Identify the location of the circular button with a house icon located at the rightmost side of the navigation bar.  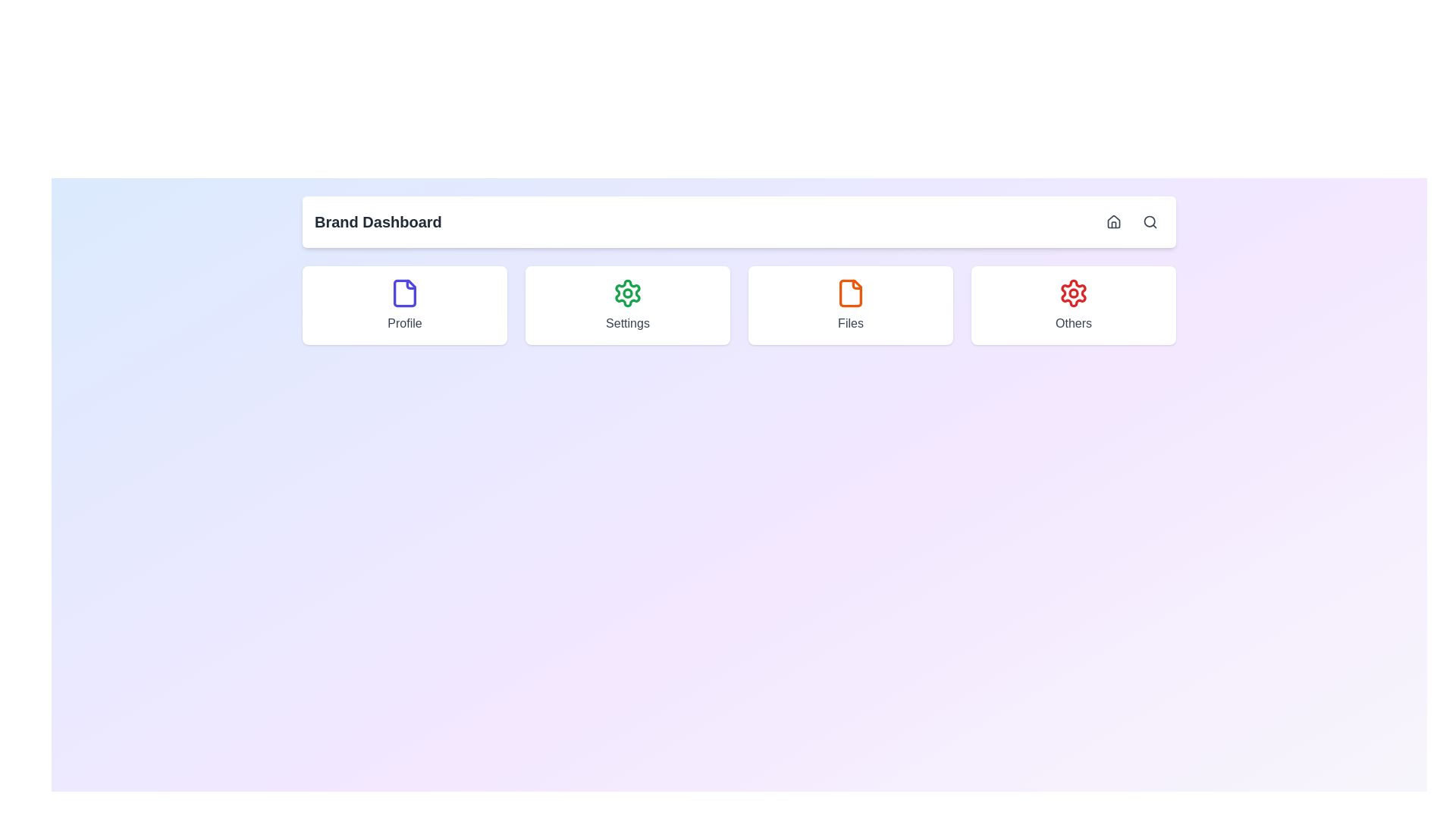
(1113, 222).